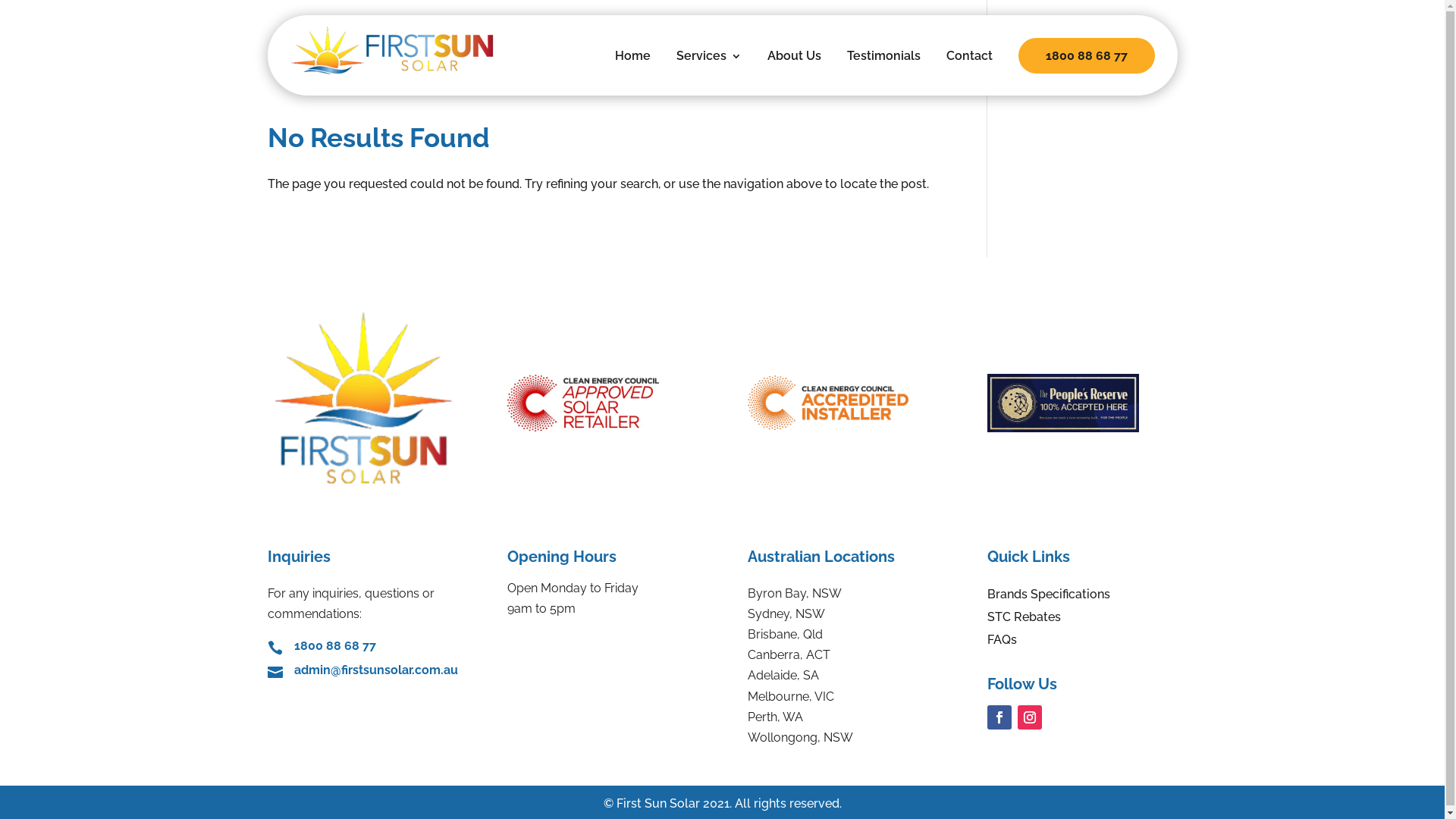 The width and height of the screenshot is (1456, 819). Describe the element at coordinates (999, 717) in the screenshot. I see `'Follow on Facebook'` at that location.